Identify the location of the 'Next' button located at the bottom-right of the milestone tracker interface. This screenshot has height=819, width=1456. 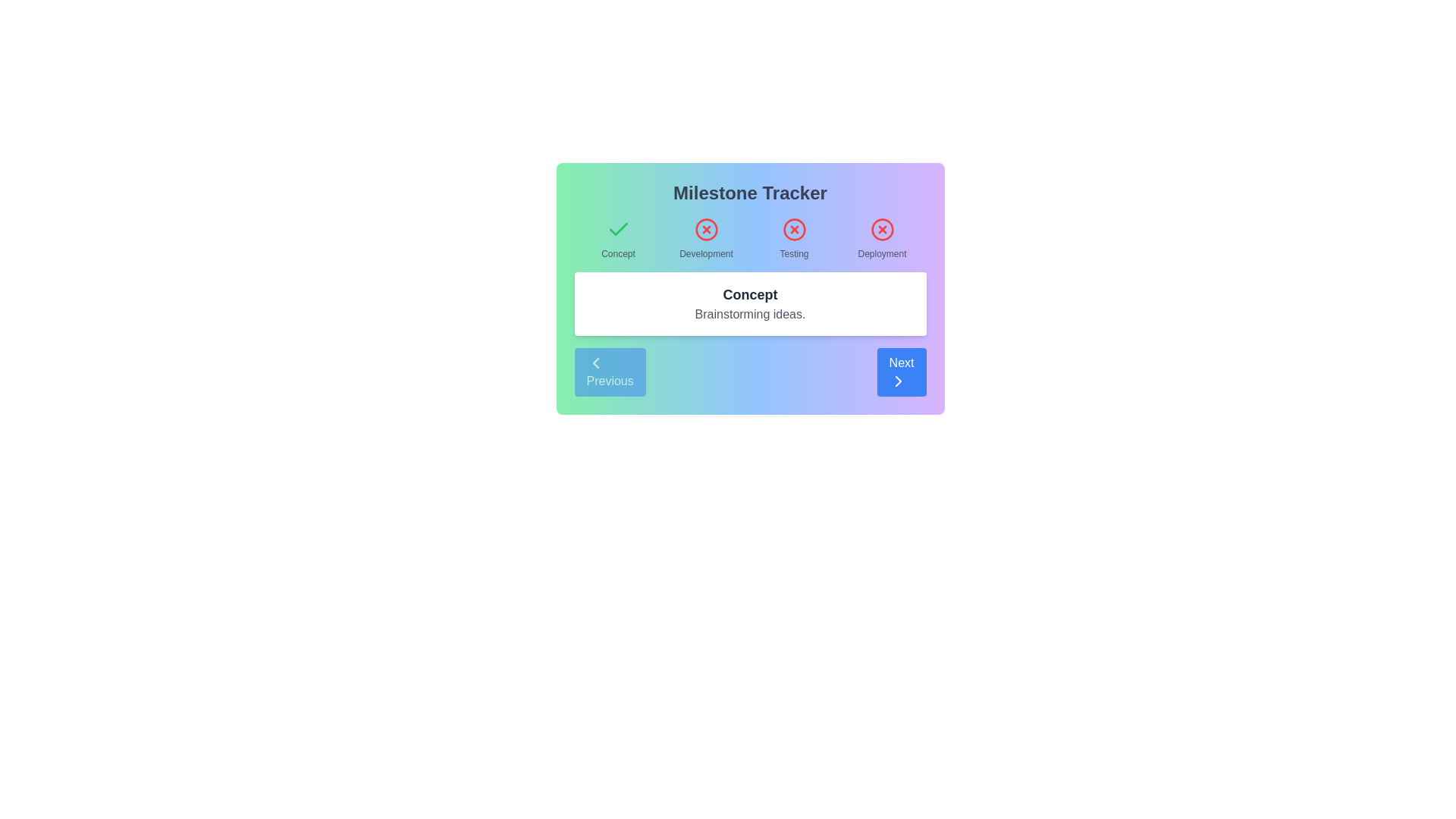
(902, 372).